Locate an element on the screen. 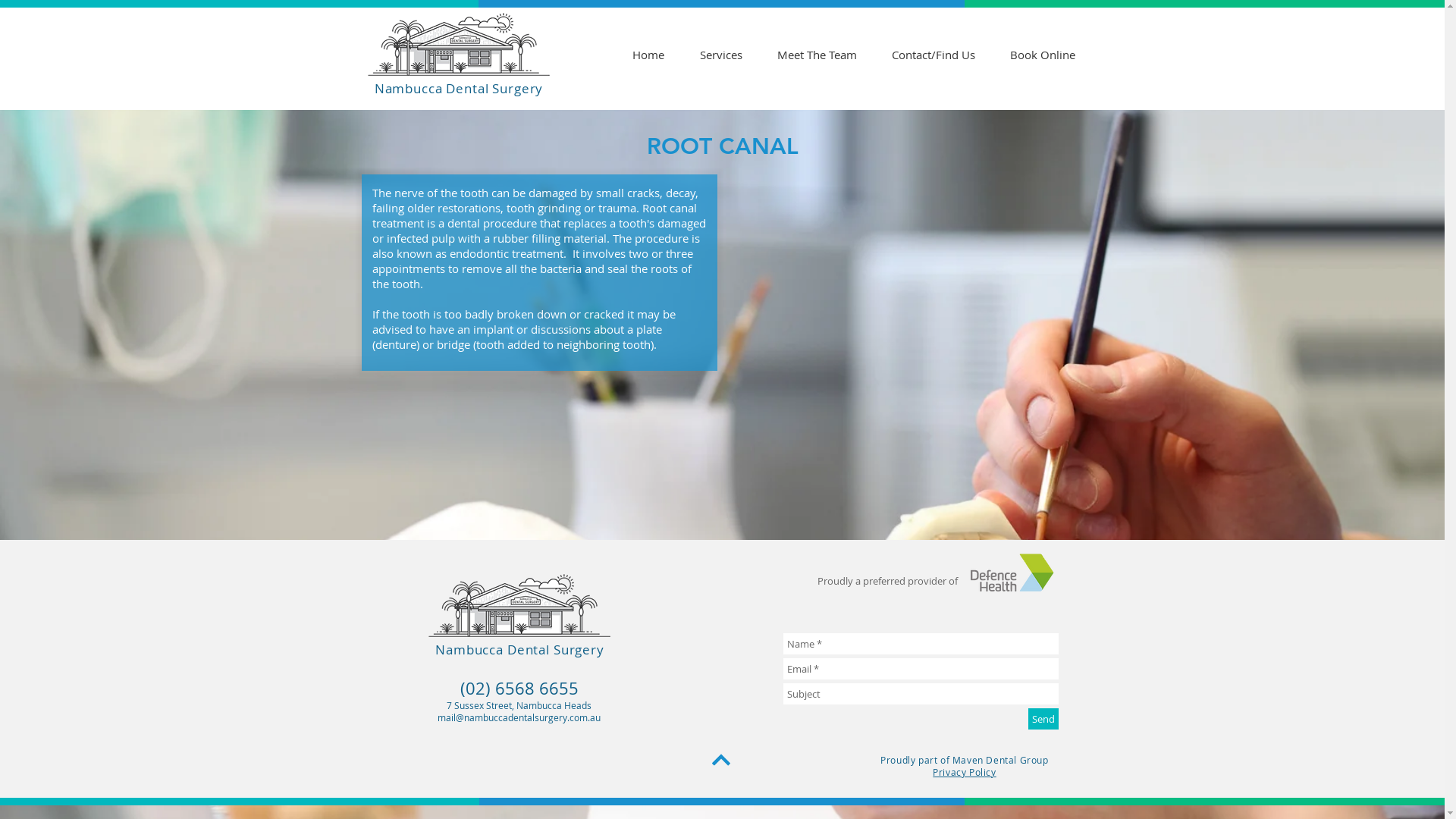 This screenshot has width=1456, height=819. 'mail@nambuccadentalsurgery.com.au' is located at coordinates (519, 717).